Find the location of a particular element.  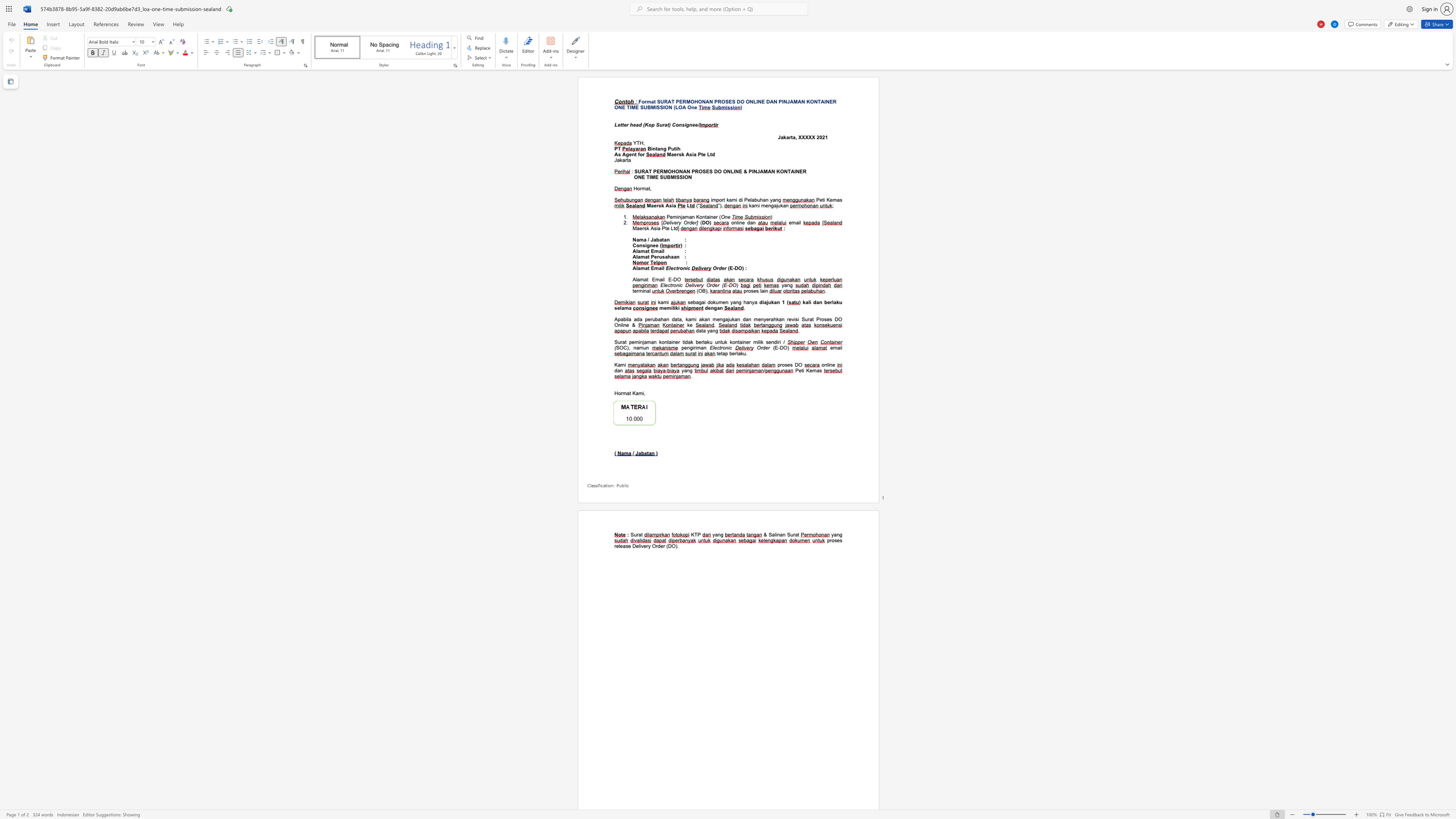

the space between the continuous character "i" and "n" in the text is located at coordinates (643, 290).